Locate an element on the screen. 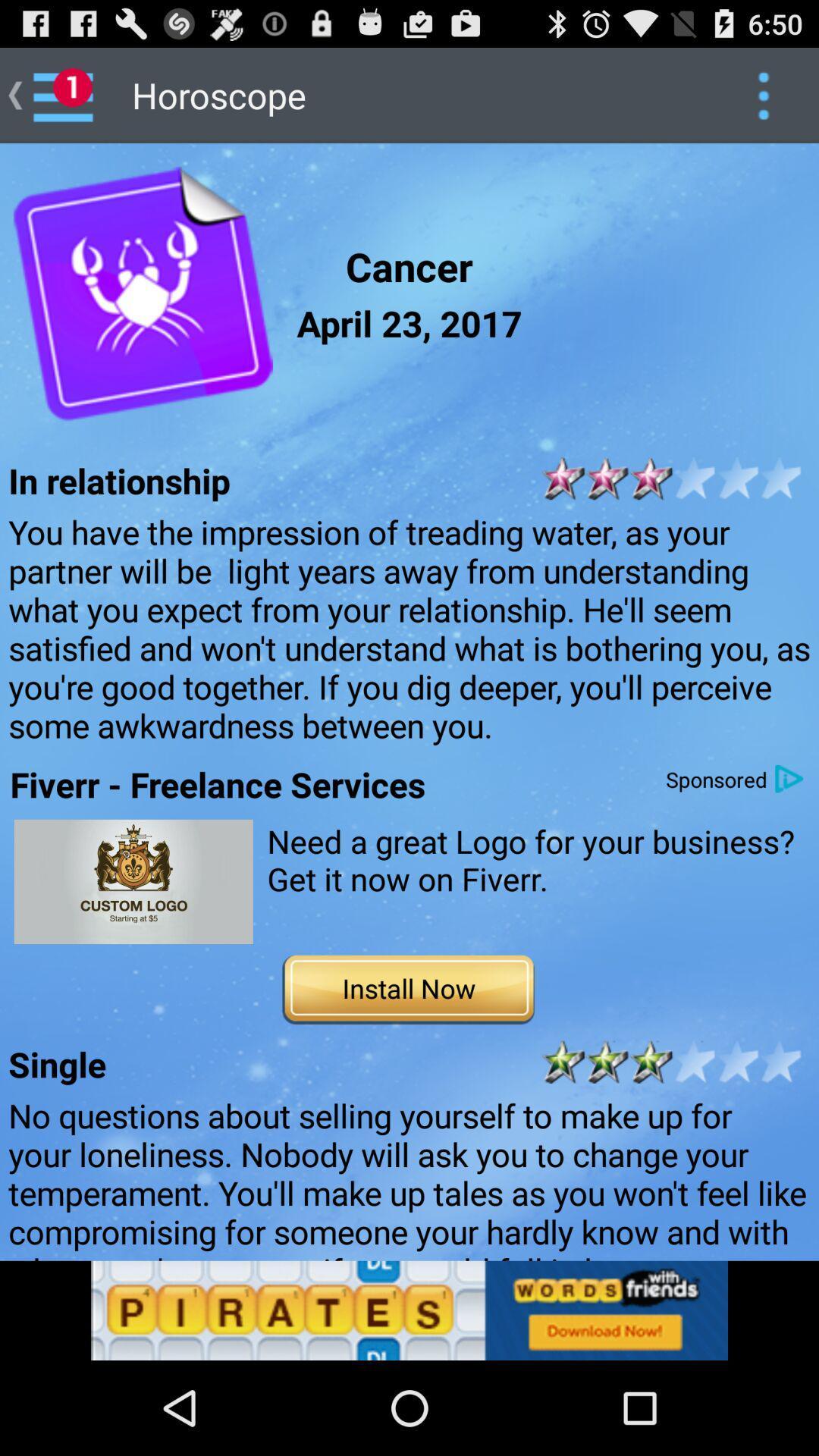 Image resolution: width=819 pixels, height=1456 pixels. go to fiverr app is located at coordinates (133, 881).